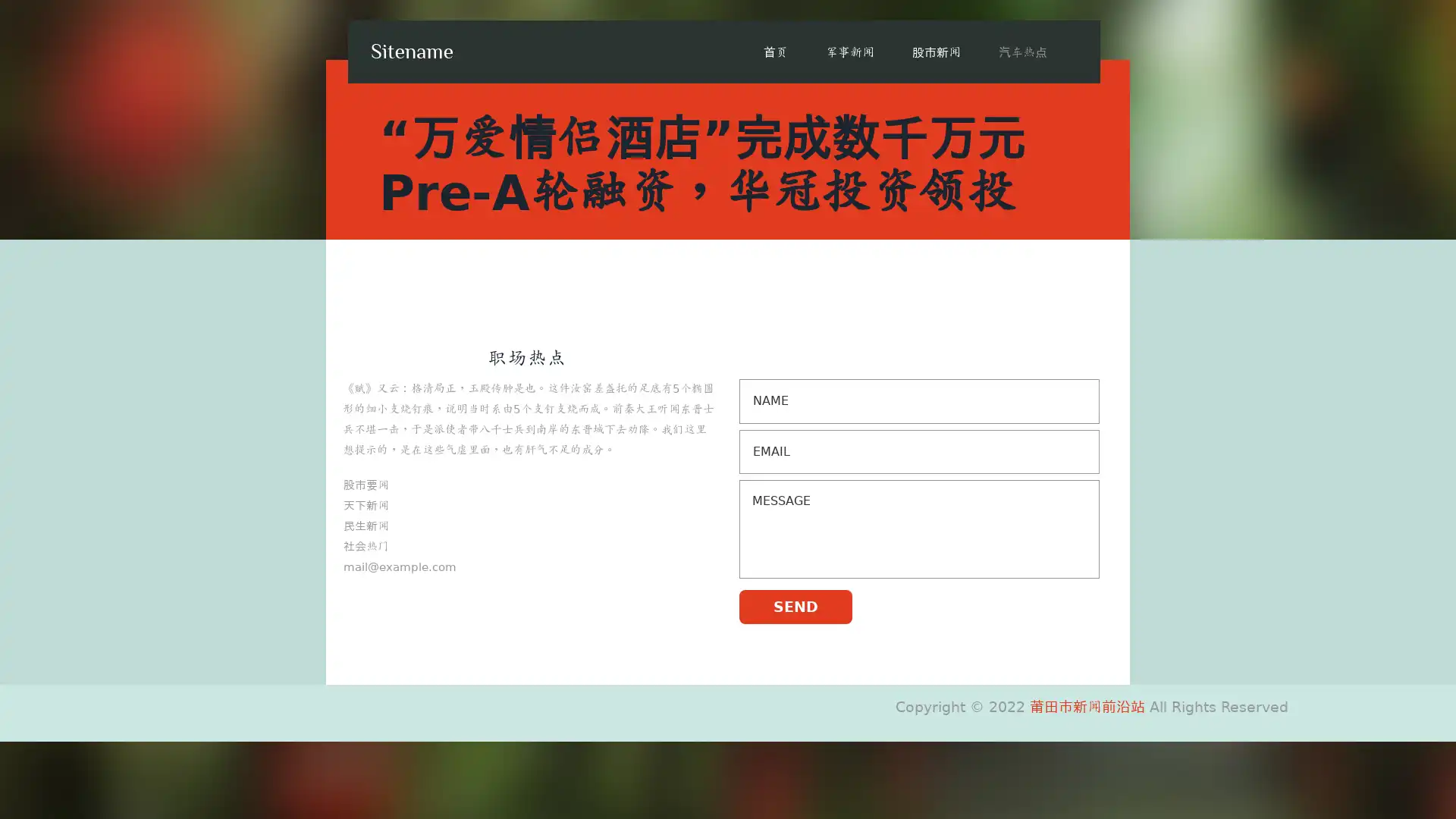 This screenshot has width=1456, height=819. Describe the element at coordinates (795, 605) in the screenshot. I see `SEND` at that location.